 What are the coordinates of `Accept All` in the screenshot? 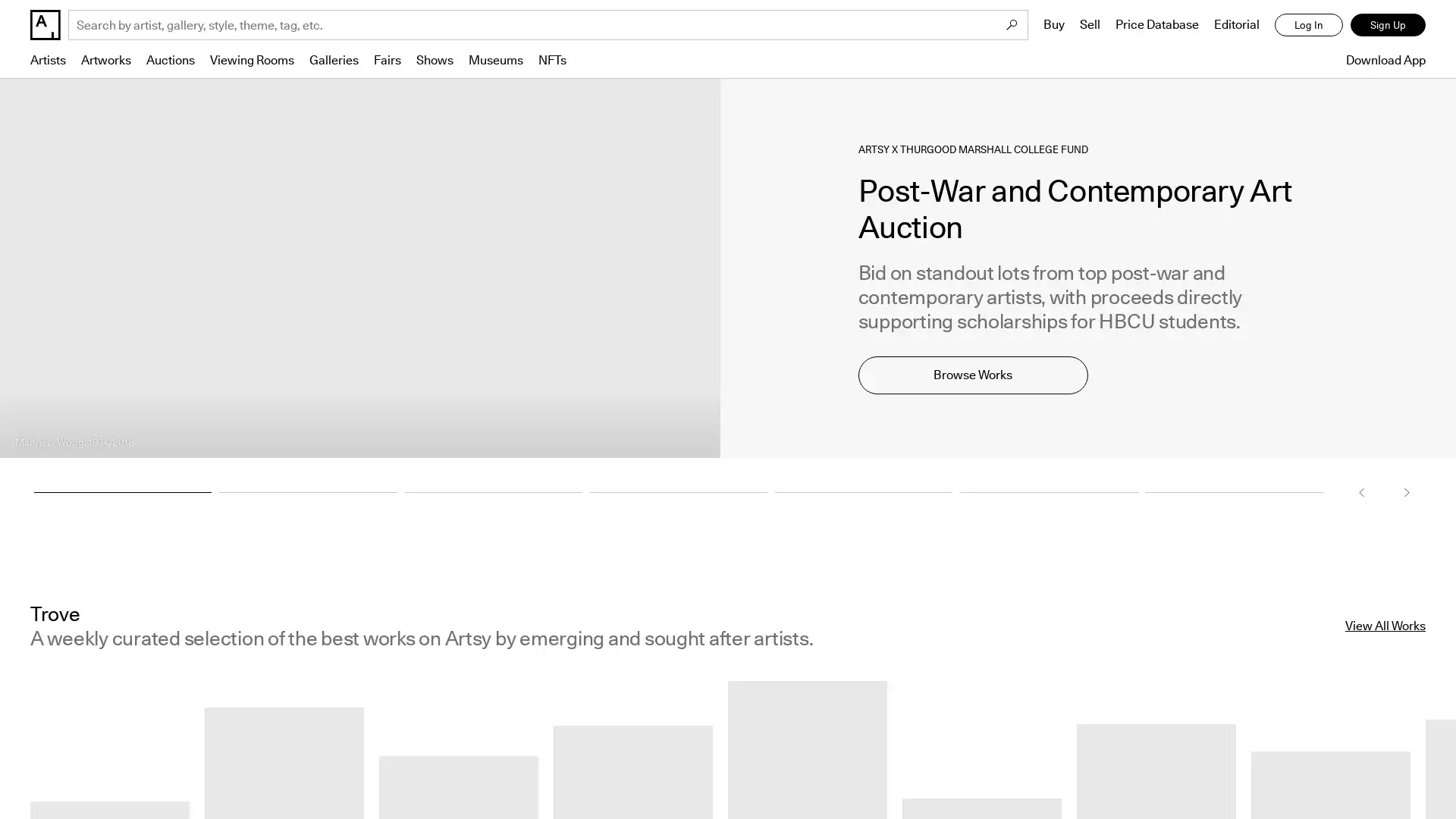 It's located at (1366, 769).